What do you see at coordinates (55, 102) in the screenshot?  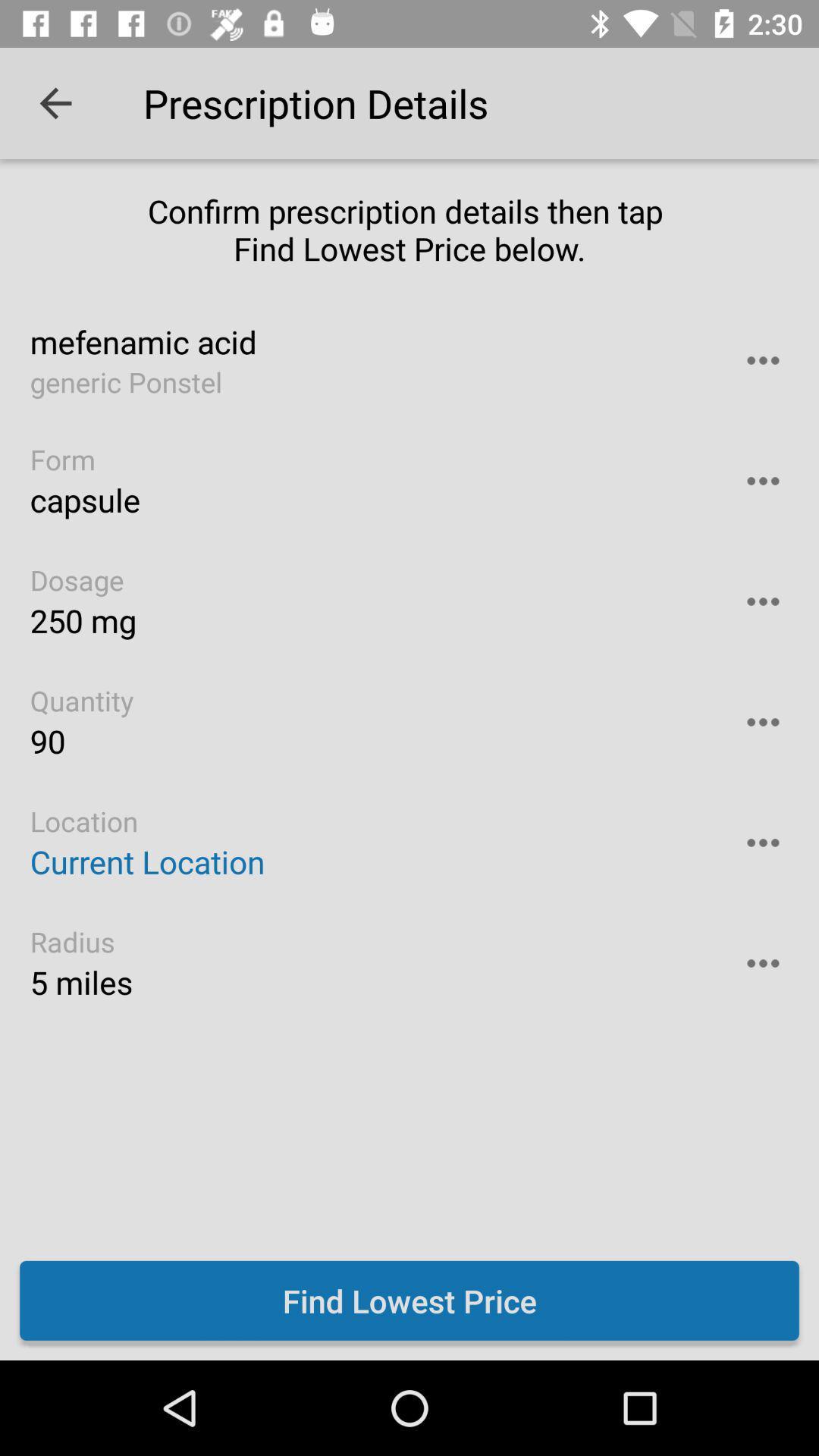 I see `the icon next to prescription details item` at bounding box center [55, 102].